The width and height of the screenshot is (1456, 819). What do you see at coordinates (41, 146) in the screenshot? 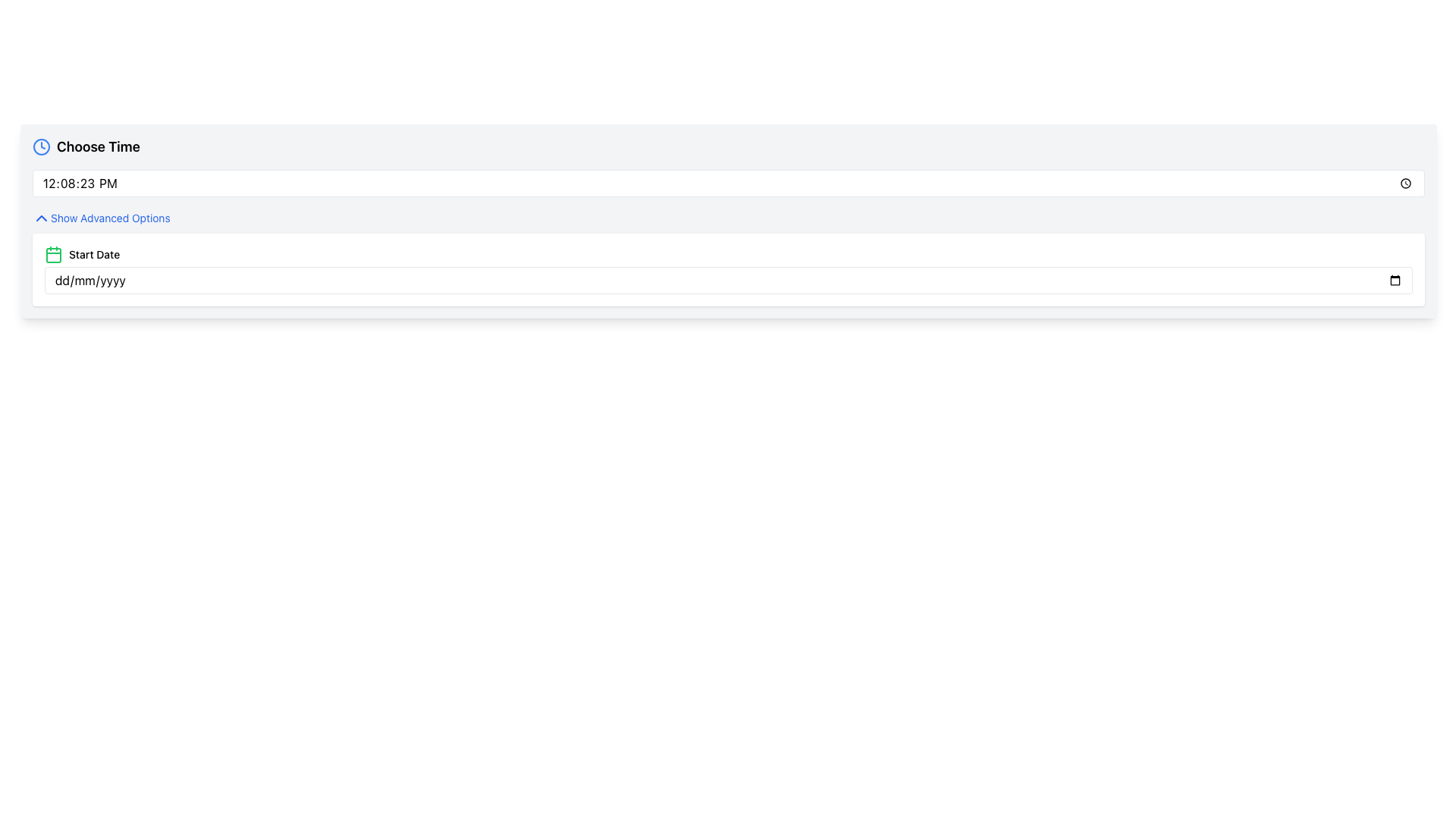
I see `the small, circular clock icon with a blue outline, located to the left of the text 'Choose Time'` at bounding box center [41, 146].